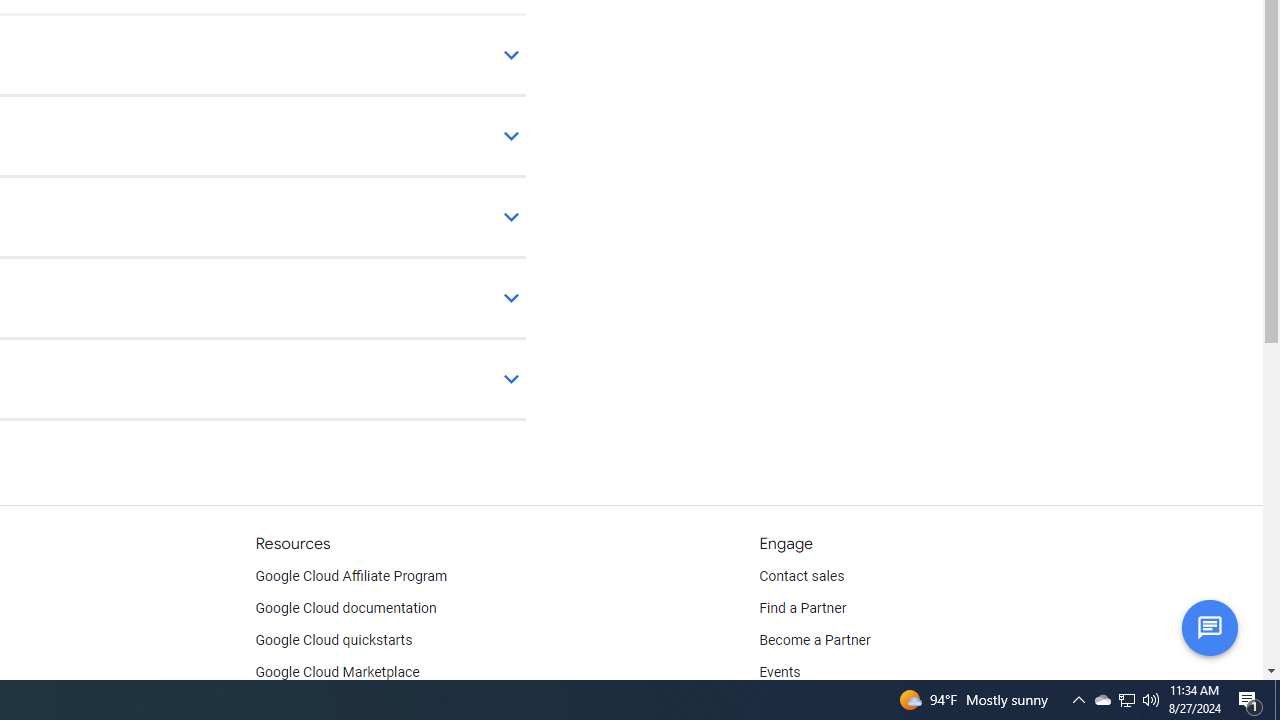 The height and width of the screenshot is (720, 1280). Describe the element at coordinates (351, 577) in the screenshot. I see `'Google Cloud Affiliate Program'` at that location.